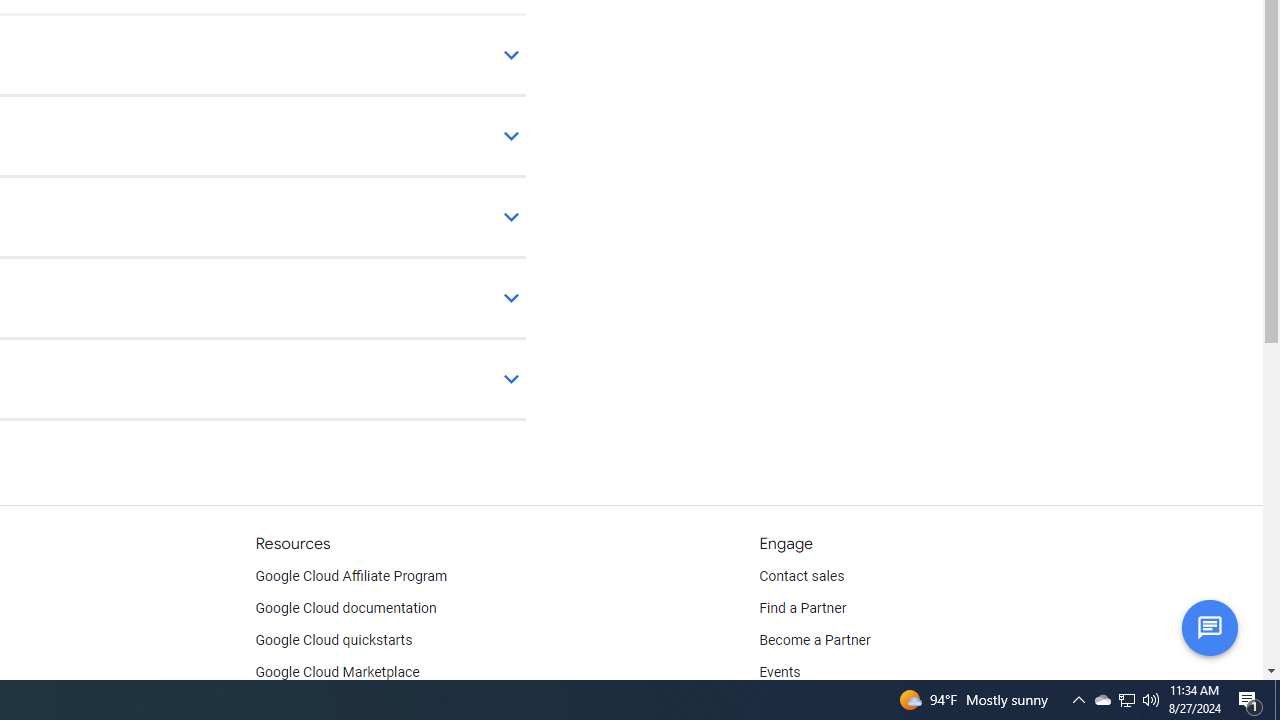 The height and width of the screenshot is (720, 1280). Describe the element at coordinates (351, 577) in the screenshot. I see `'Google Cloud Affiliate Program'` at that location.